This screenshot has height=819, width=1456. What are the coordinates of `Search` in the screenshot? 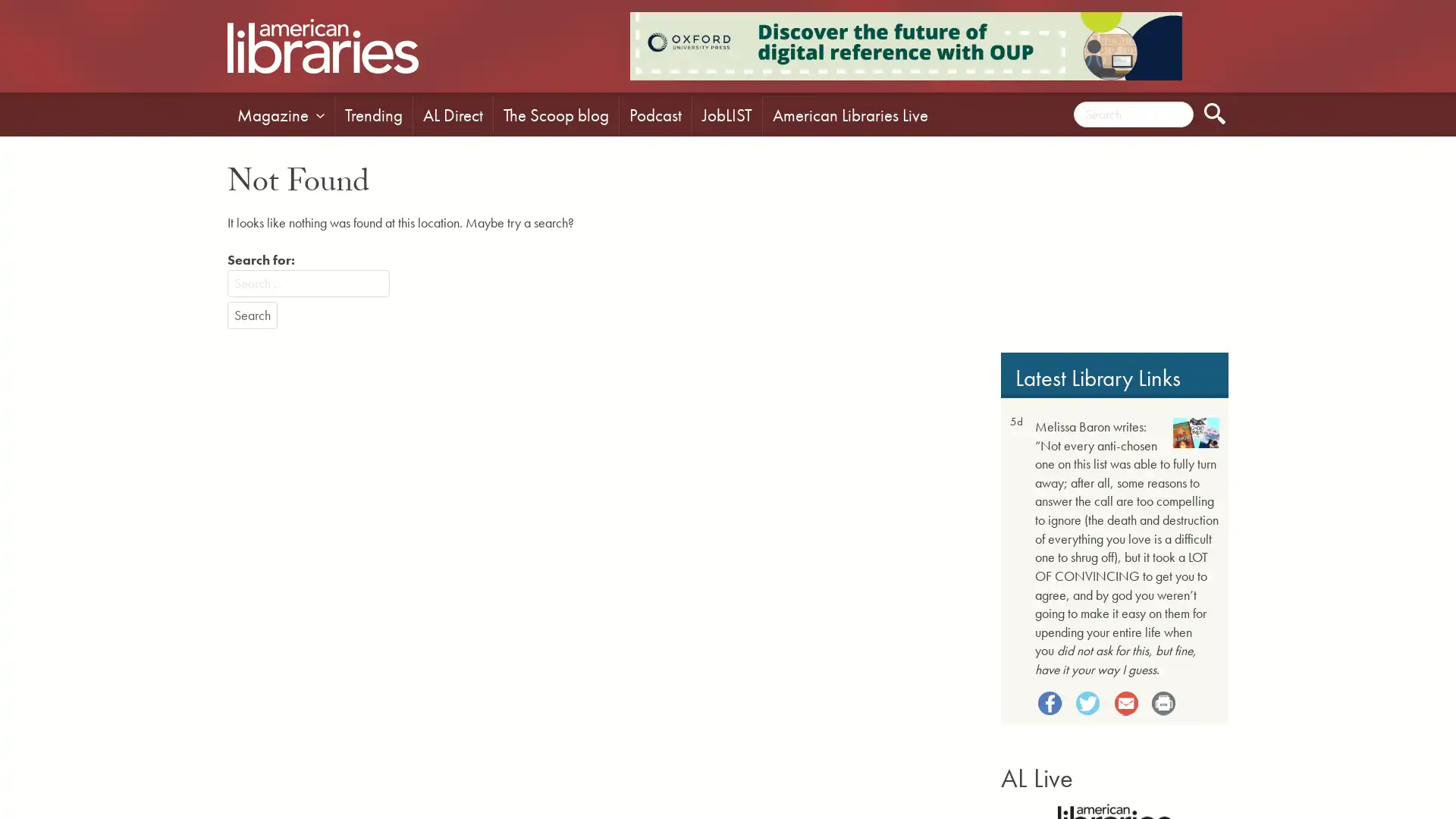 It's located at (1215, 113).